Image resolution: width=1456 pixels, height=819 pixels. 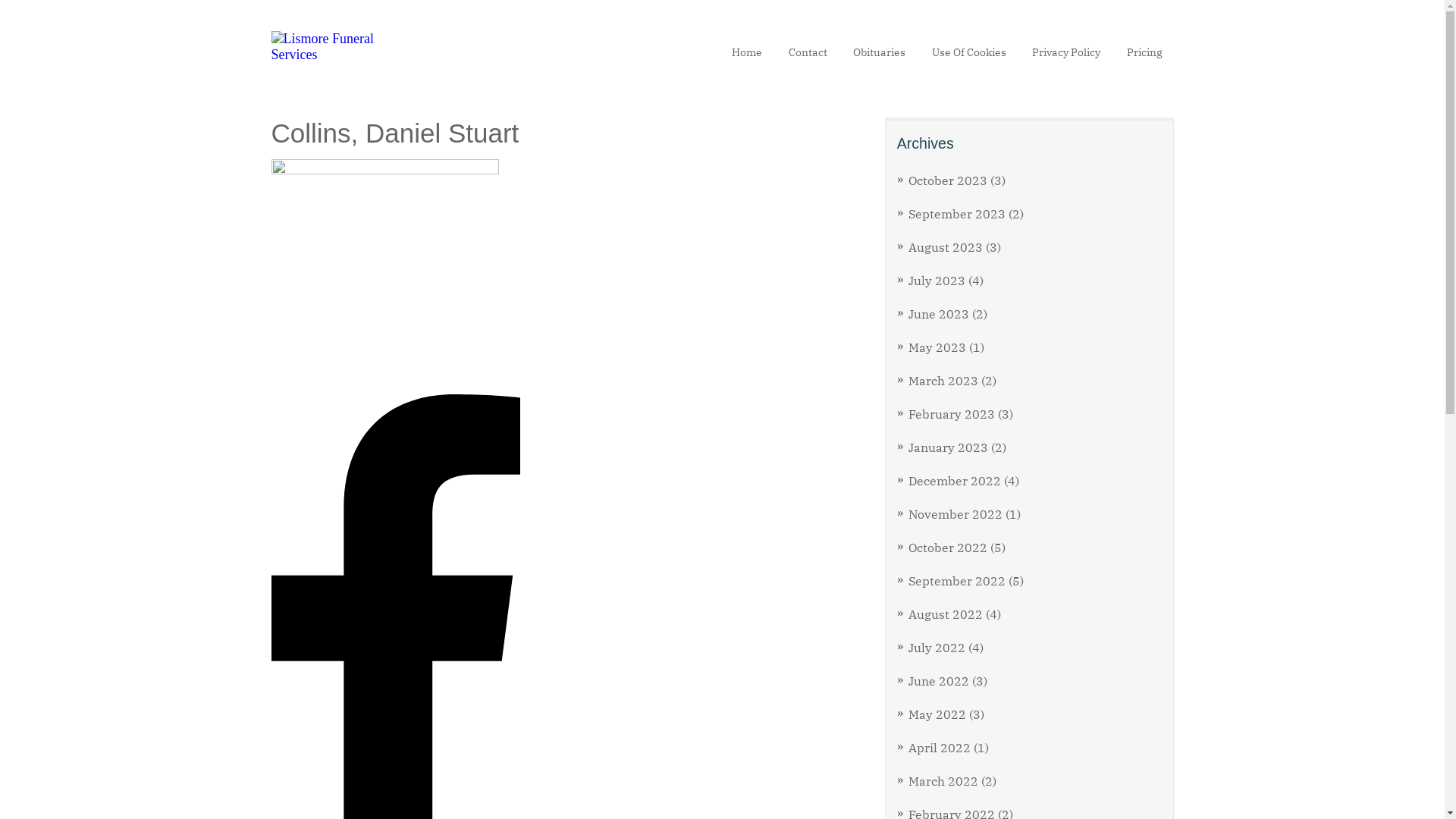 I want to click on 'Obituaries', so click(x=852, y=52).